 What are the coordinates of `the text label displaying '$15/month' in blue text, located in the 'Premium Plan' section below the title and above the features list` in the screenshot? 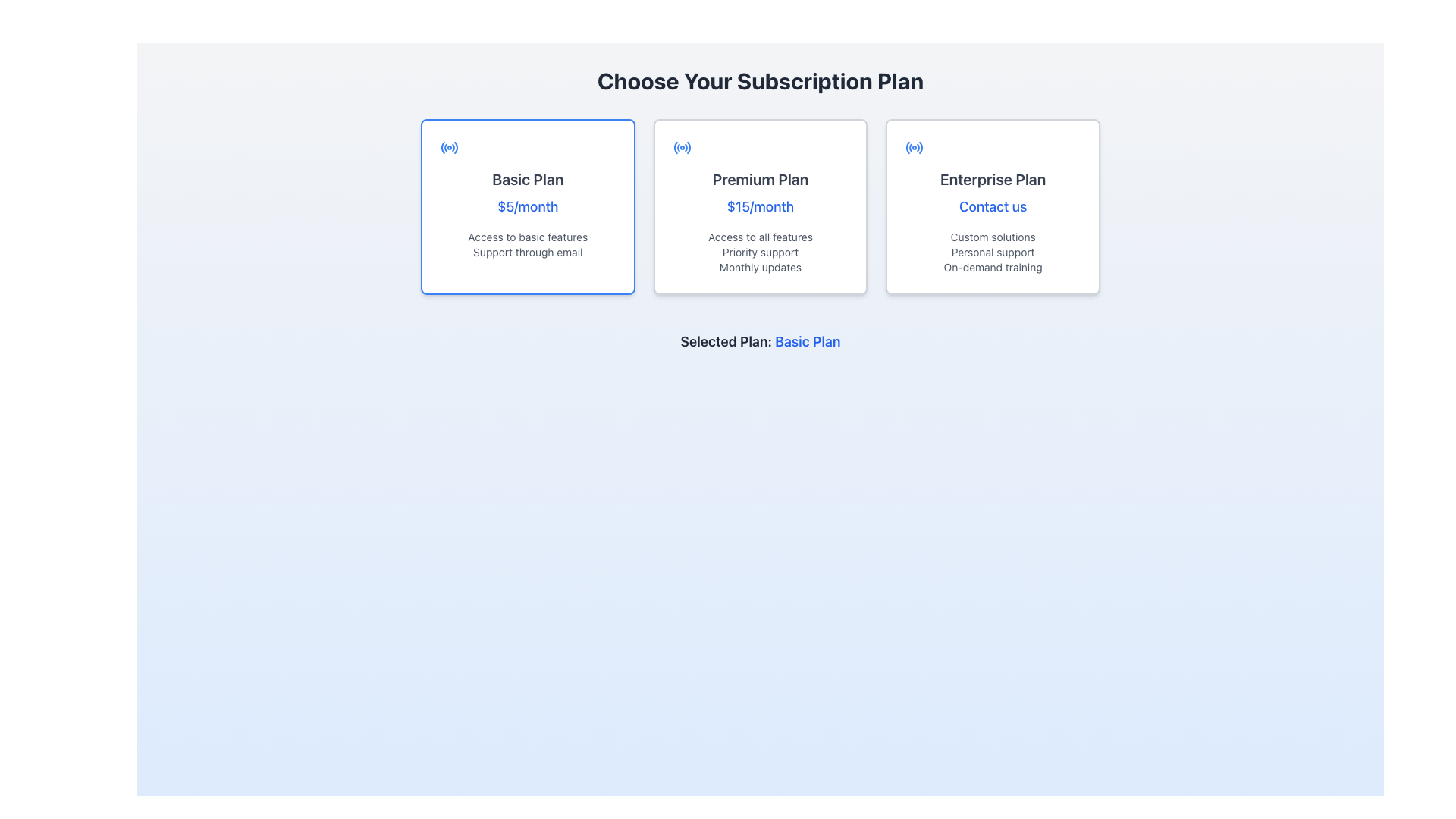 It's located at (761, 207).